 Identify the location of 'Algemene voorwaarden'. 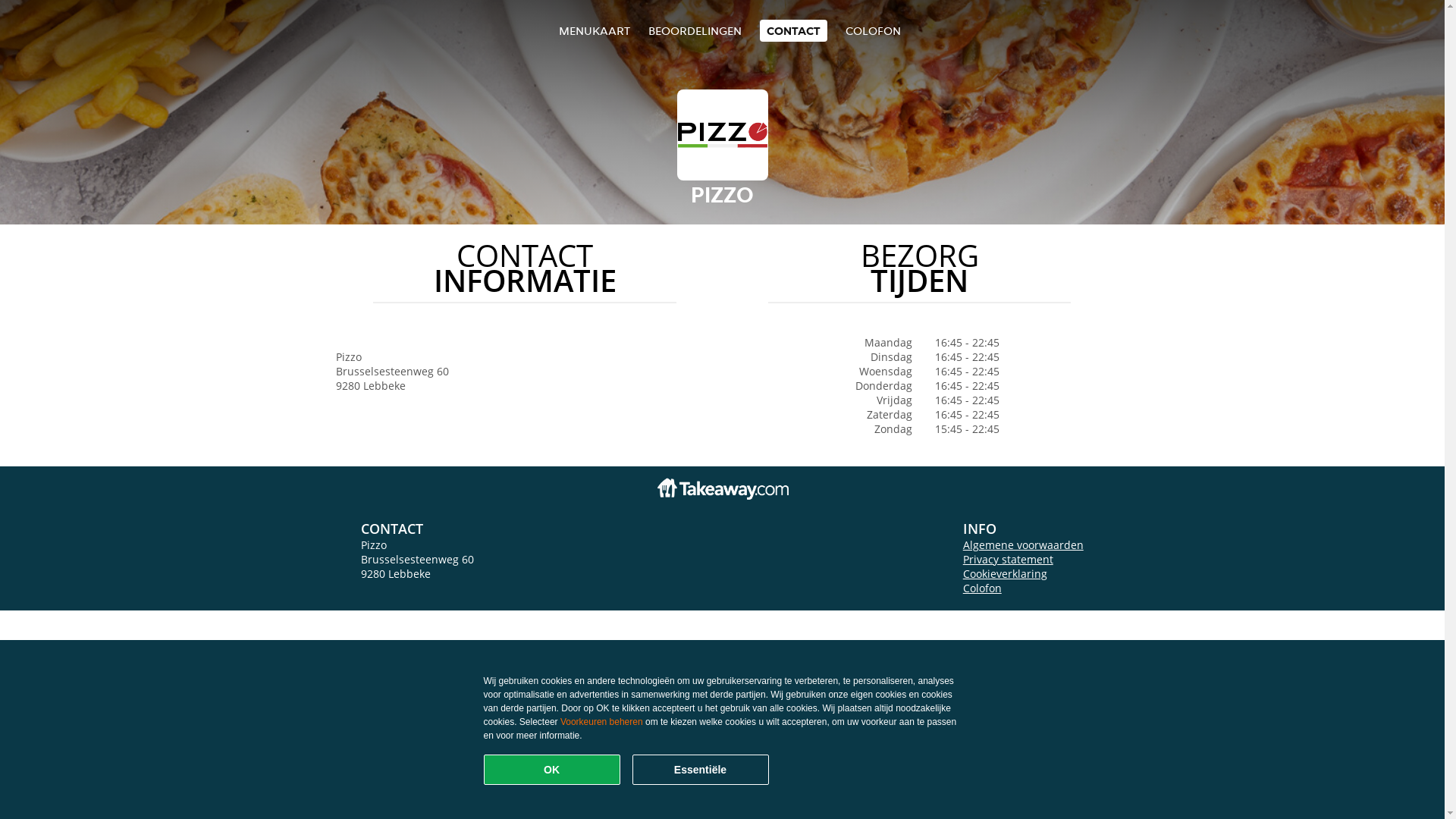
(1023, 544).